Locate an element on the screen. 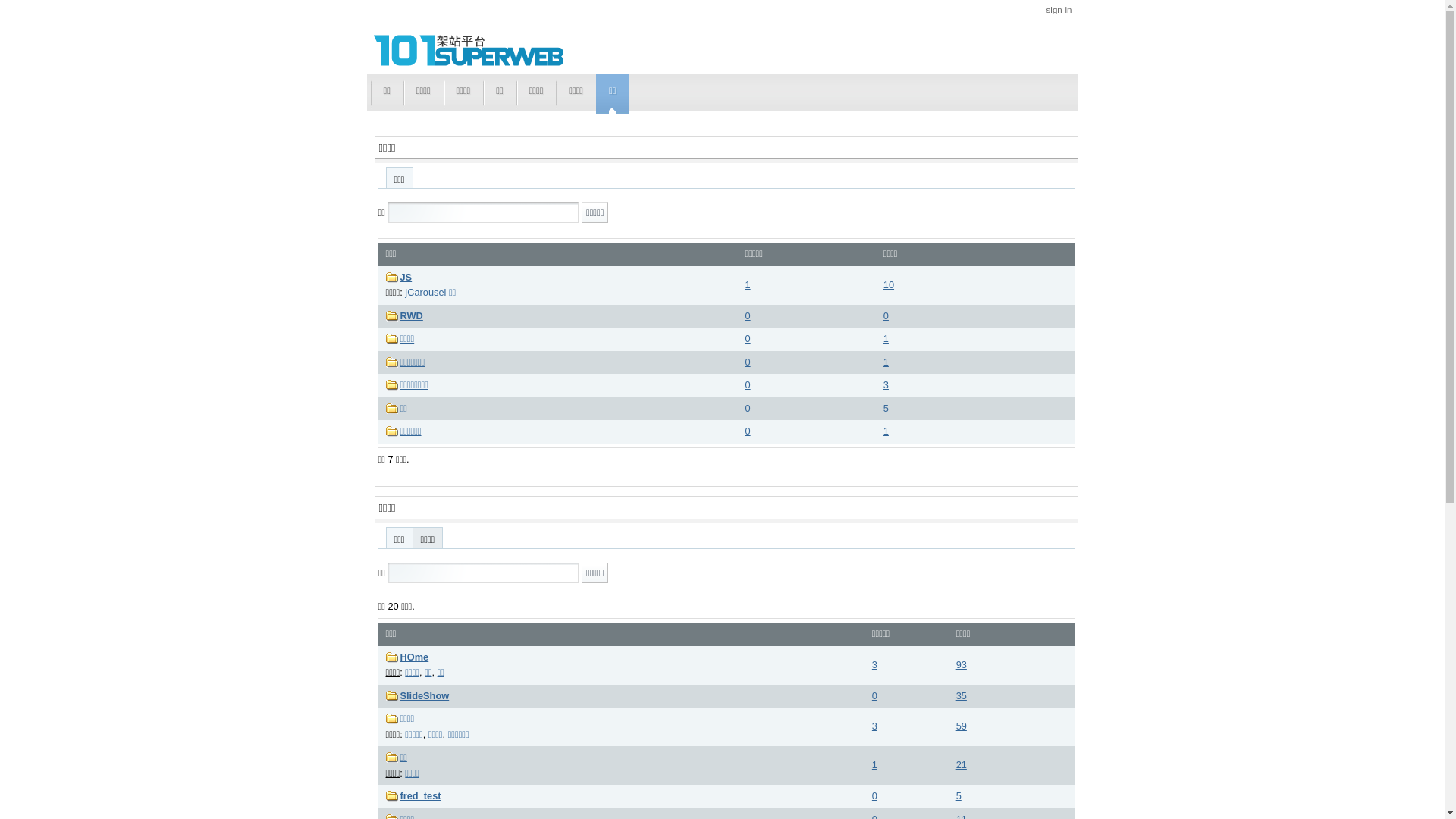 The image size is (1456, 819). '1' is located at coordinates (886, 337).